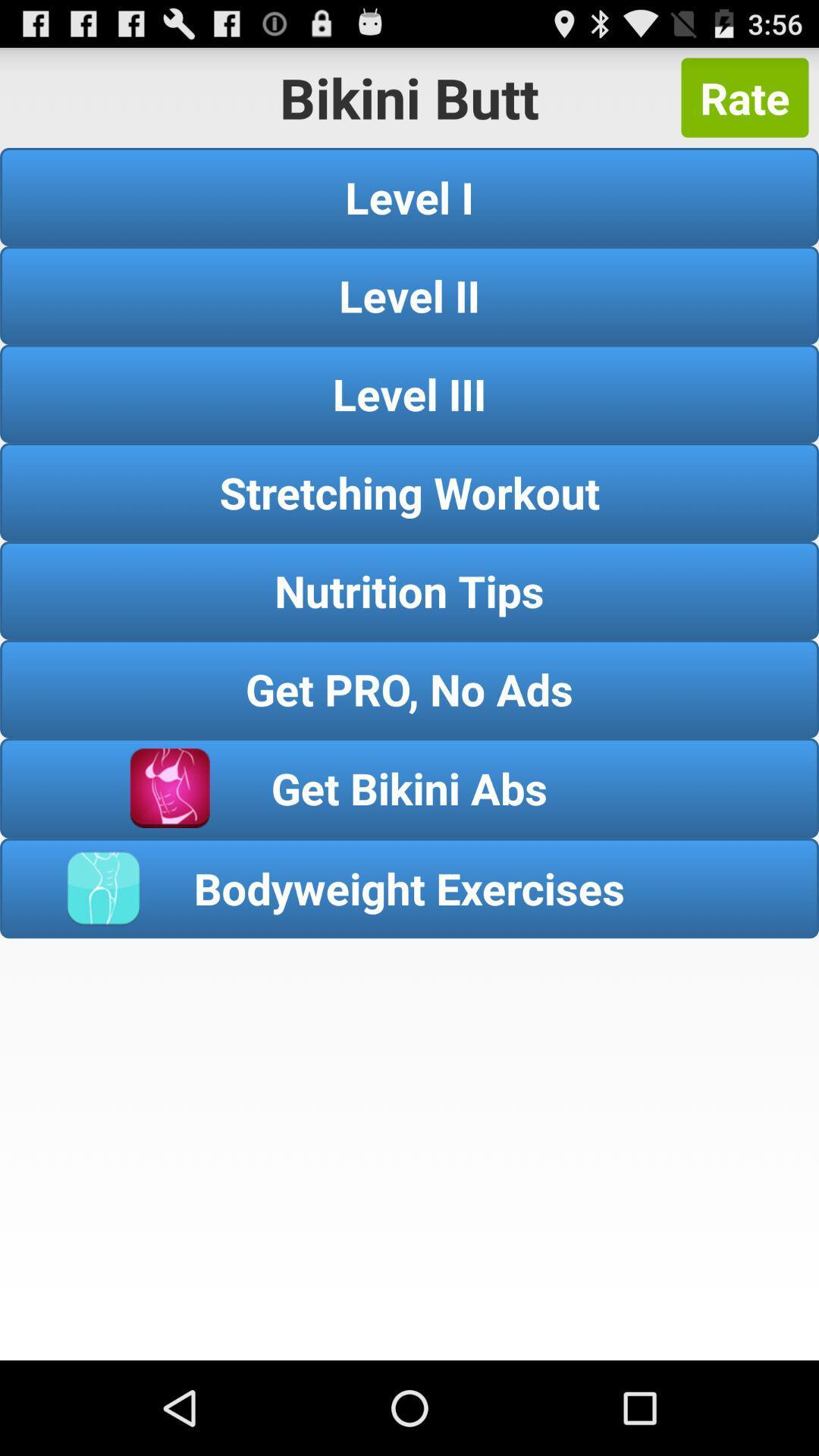 The image size is (819, 1456). Describe the element at coordinates (409, 589) in the screenshot. I see `button above get pro no` at that location.